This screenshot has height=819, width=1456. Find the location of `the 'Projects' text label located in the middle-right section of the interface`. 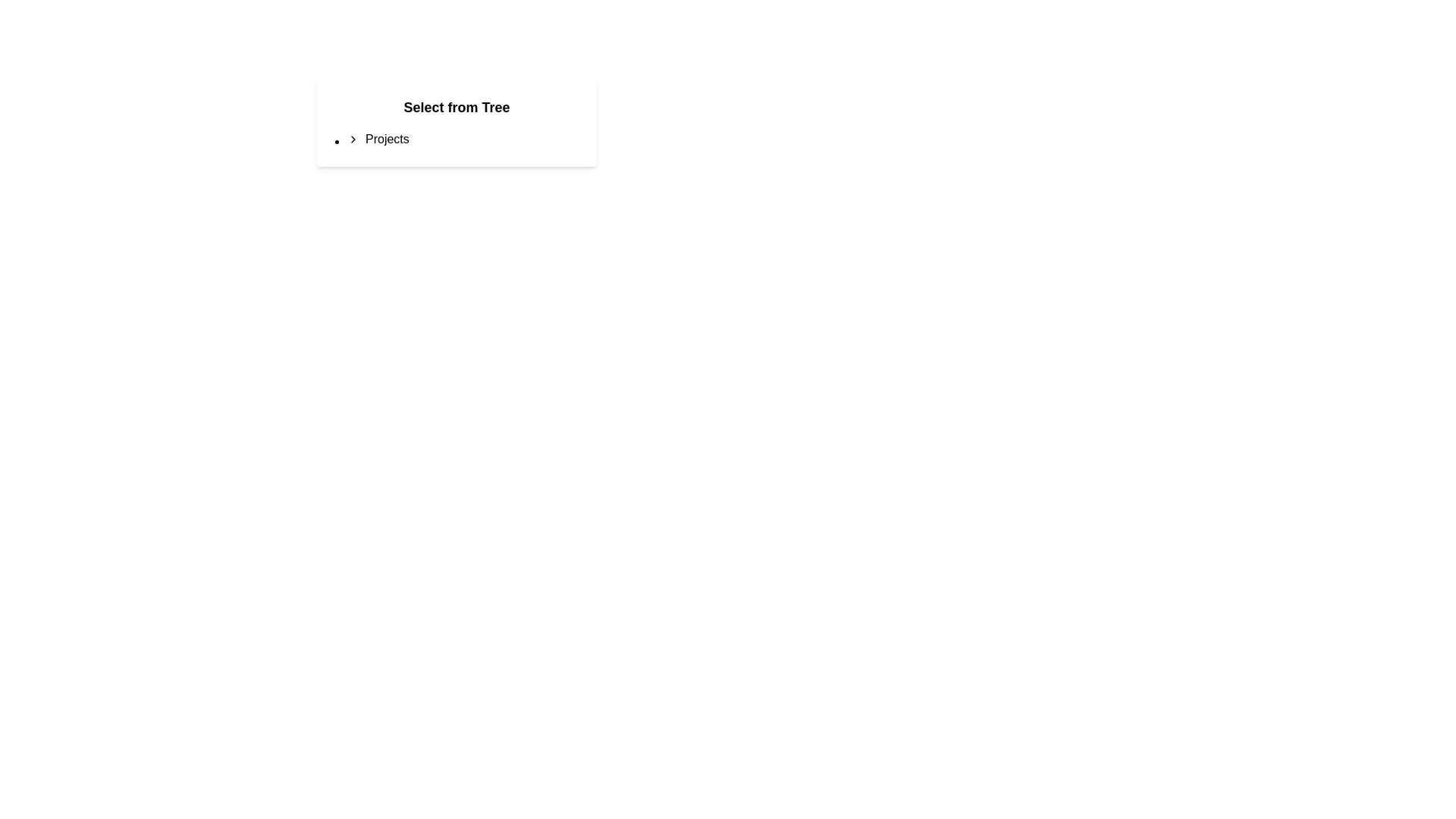

the 'Projects' text label located in the middle-right section of the interface is located at coordinates (387, 140).